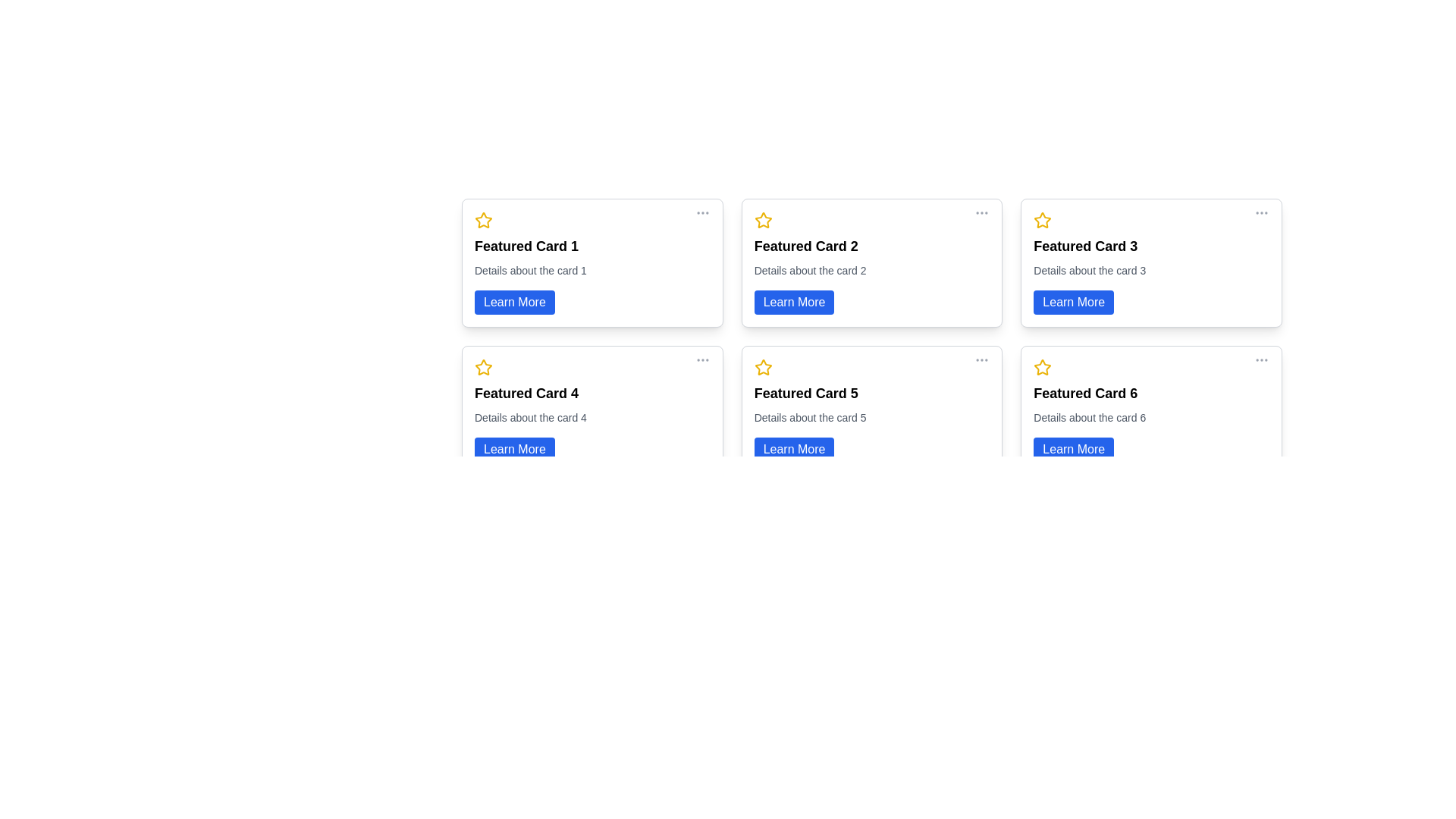  I want to click on the ellipsis icon in the top-right corner of 'Featured Card 1', so click(701, 213).